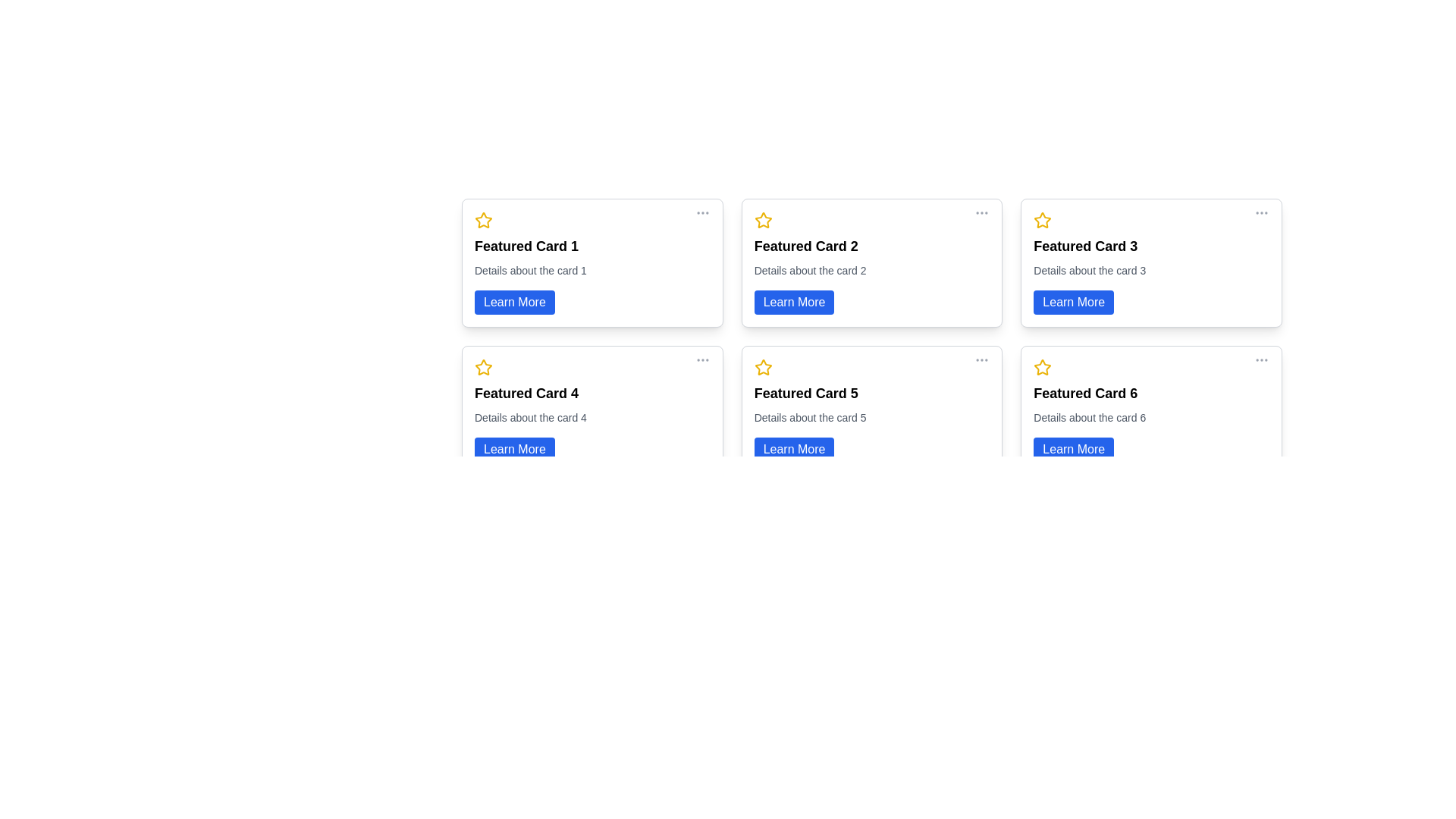  I want to click on the ellipsis icon in the top-right corner of 'Featured Card 1', so click(701, 213).